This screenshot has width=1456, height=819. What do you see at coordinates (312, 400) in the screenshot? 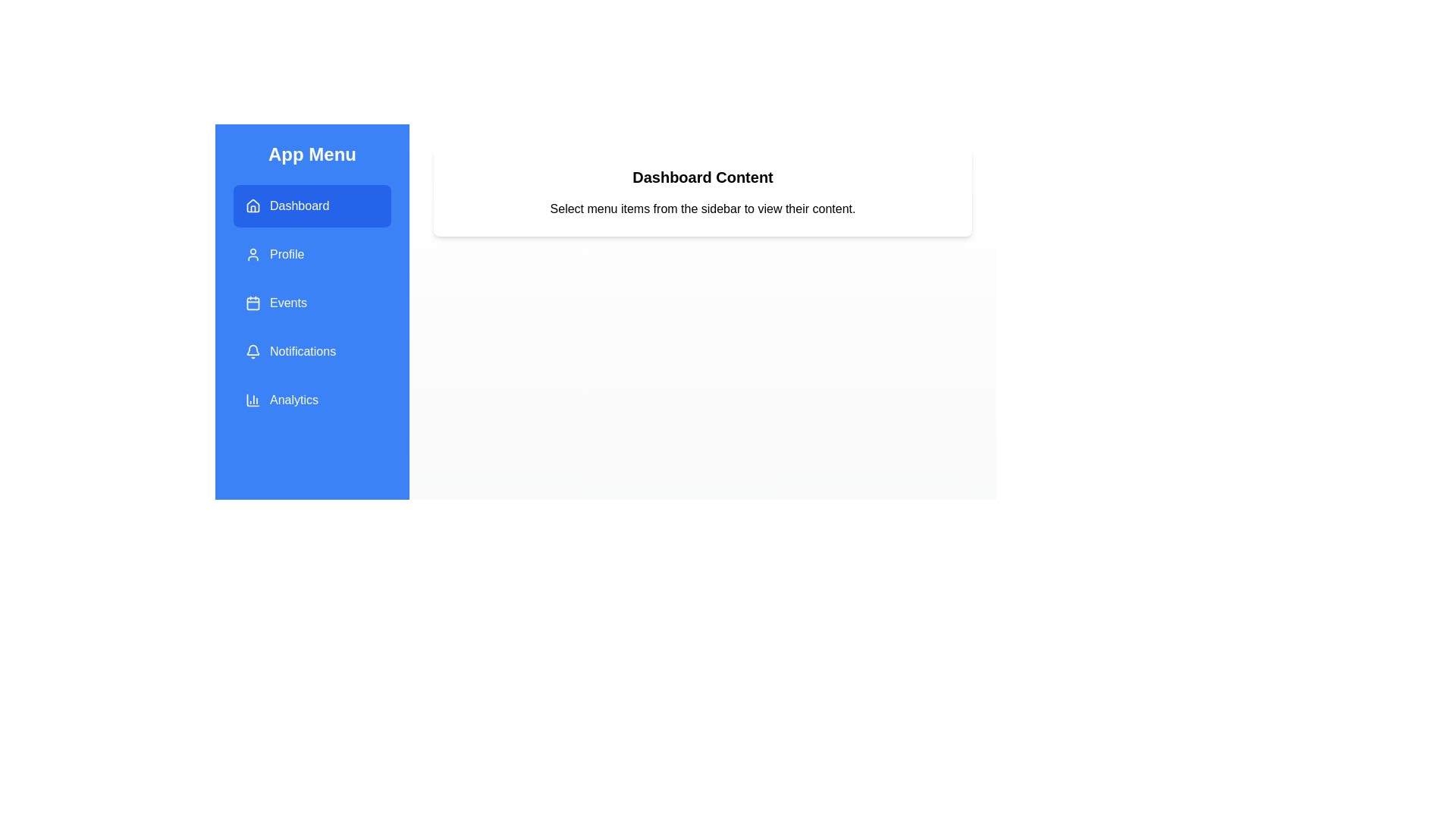
I see `the menu item Analytics from the sidebar` at bounding box center [312, 400].